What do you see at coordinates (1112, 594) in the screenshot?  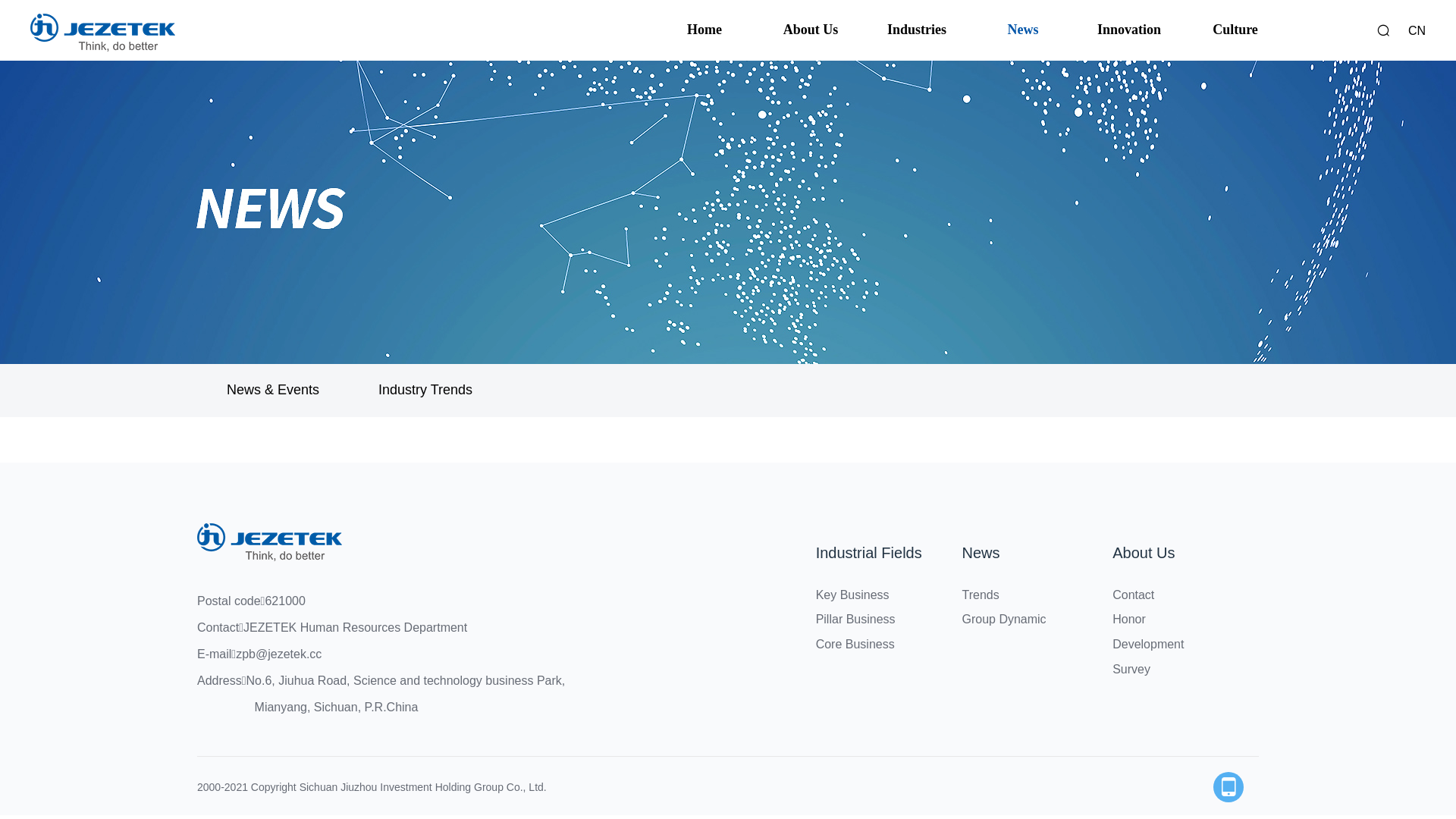 I see `'Contact'` at bounding box center [1112, 594].